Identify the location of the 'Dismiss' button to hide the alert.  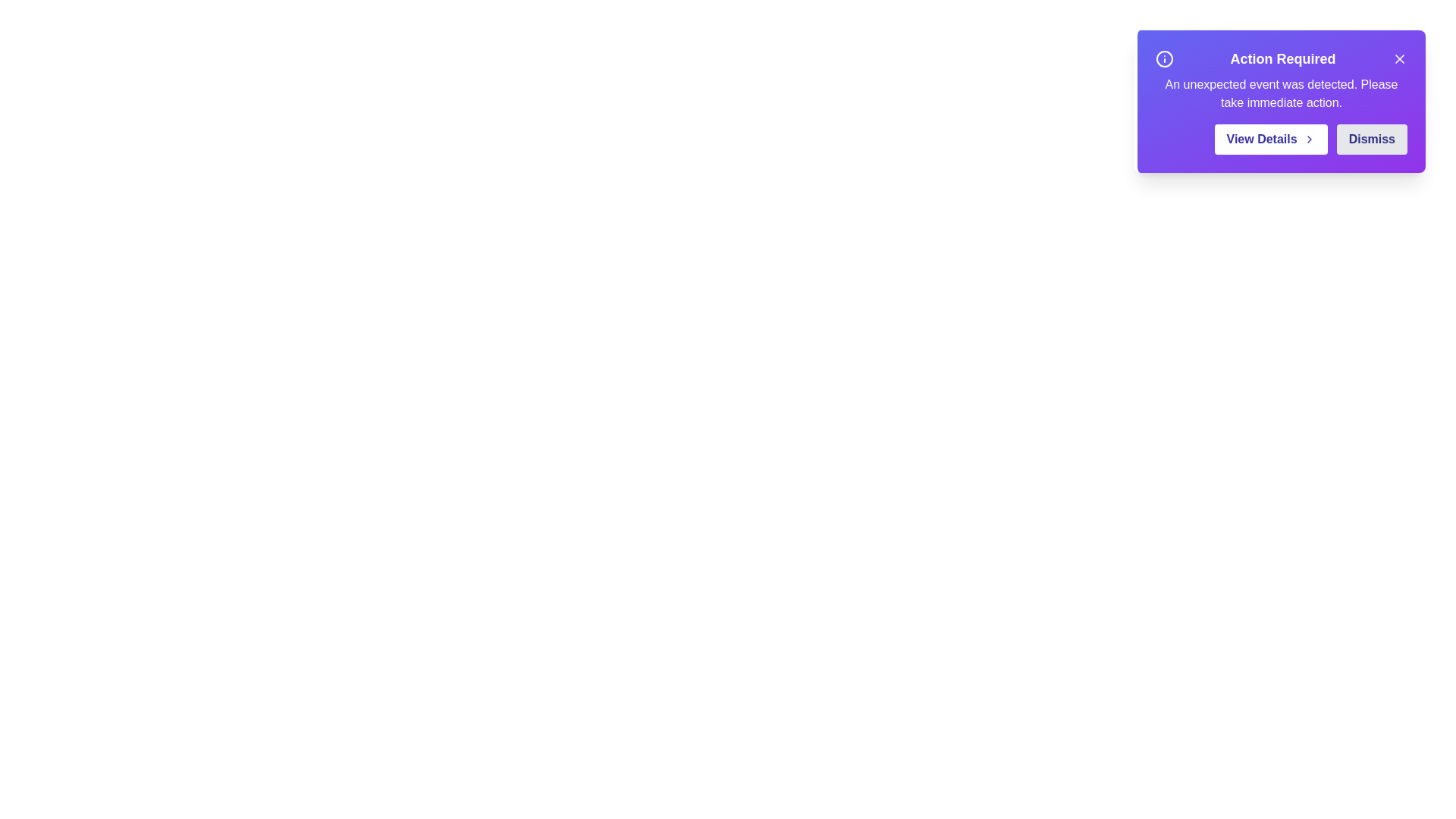
(1372, 140).